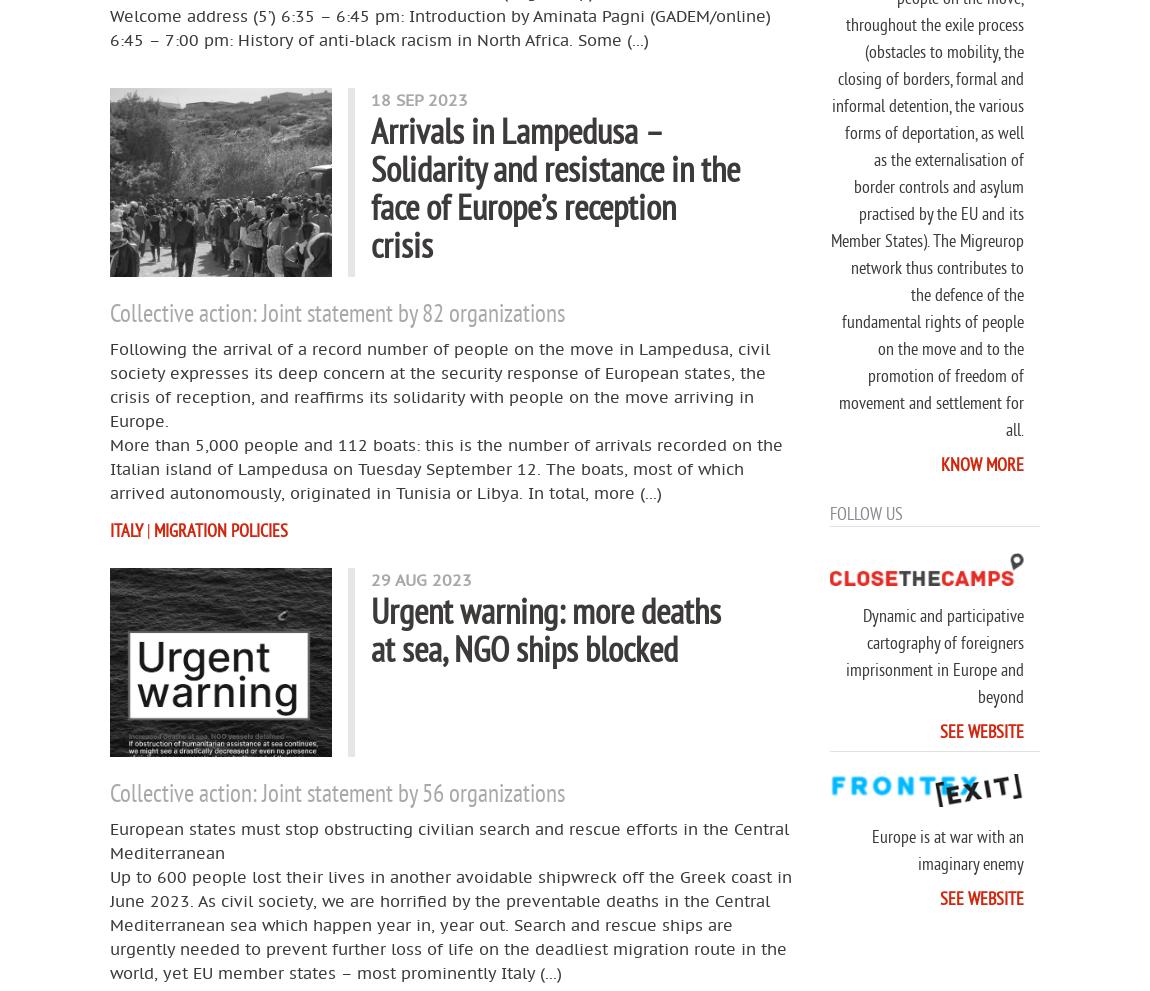 The image size is (1150, 991). Describe the element at coordinates (546, 628) in the screenshot. I see `'Urgent warning: more deaths at sea, NGO ships blocked'` at that location.